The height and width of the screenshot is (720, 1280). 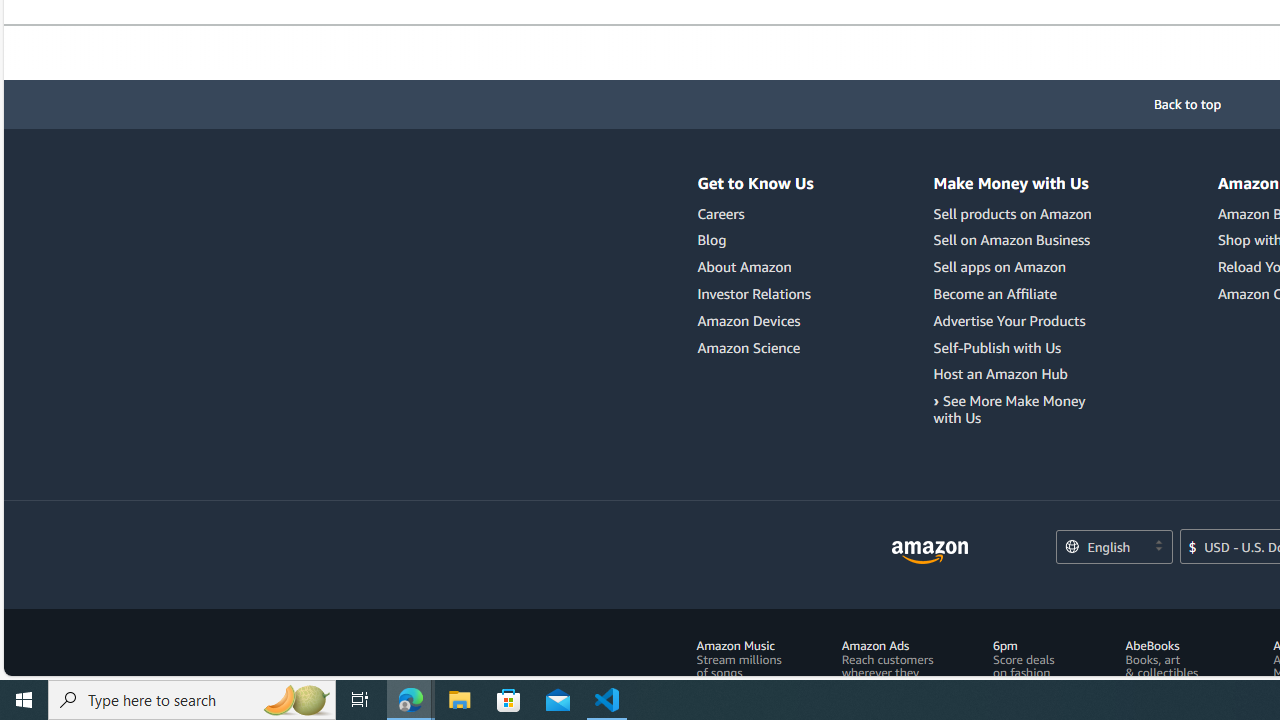 I want to click on 'Choose a language for shopping.', so click(x=1112, y=547).